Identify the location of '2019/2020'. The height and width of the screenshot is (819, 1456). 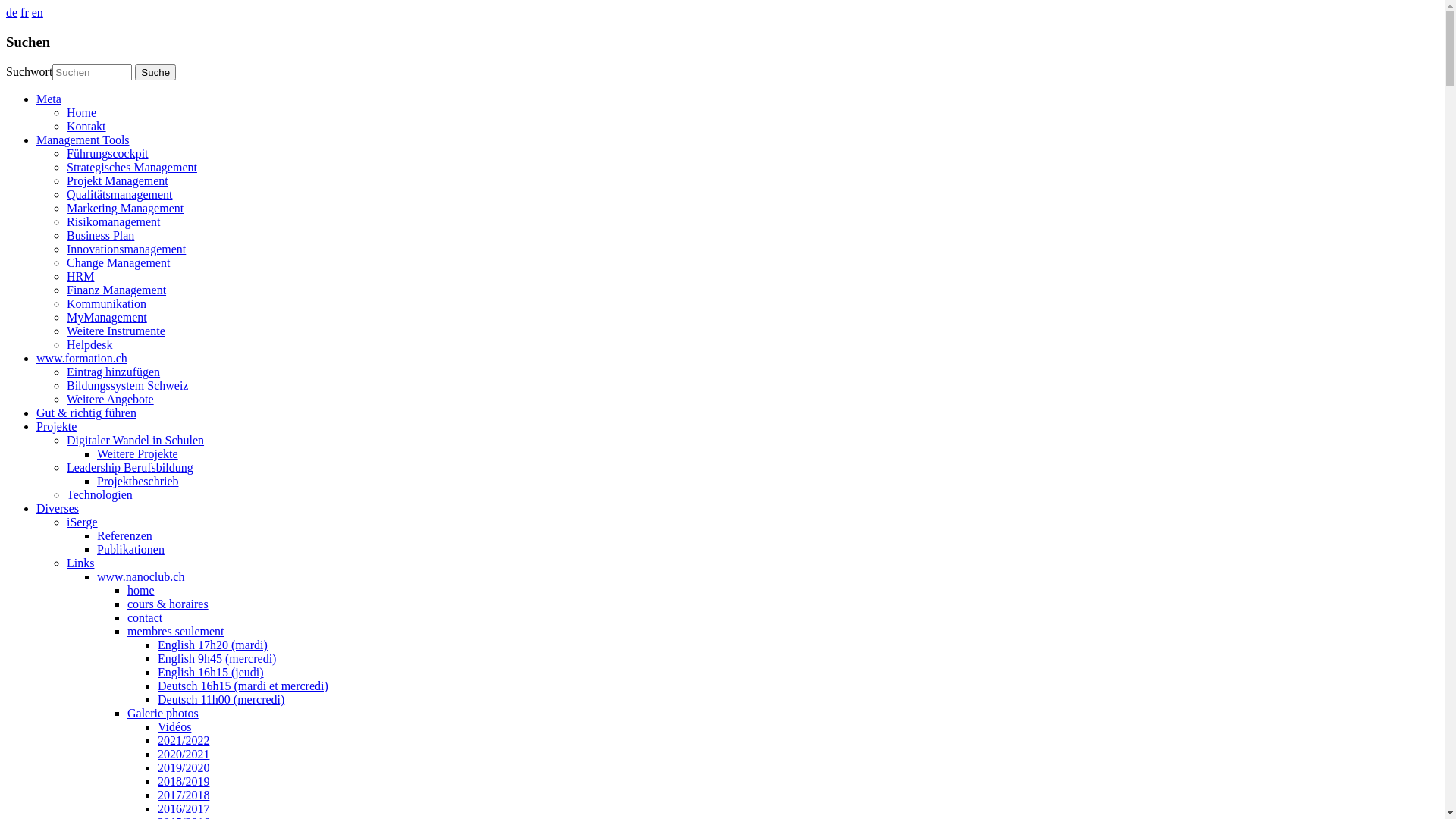
(182, 767).